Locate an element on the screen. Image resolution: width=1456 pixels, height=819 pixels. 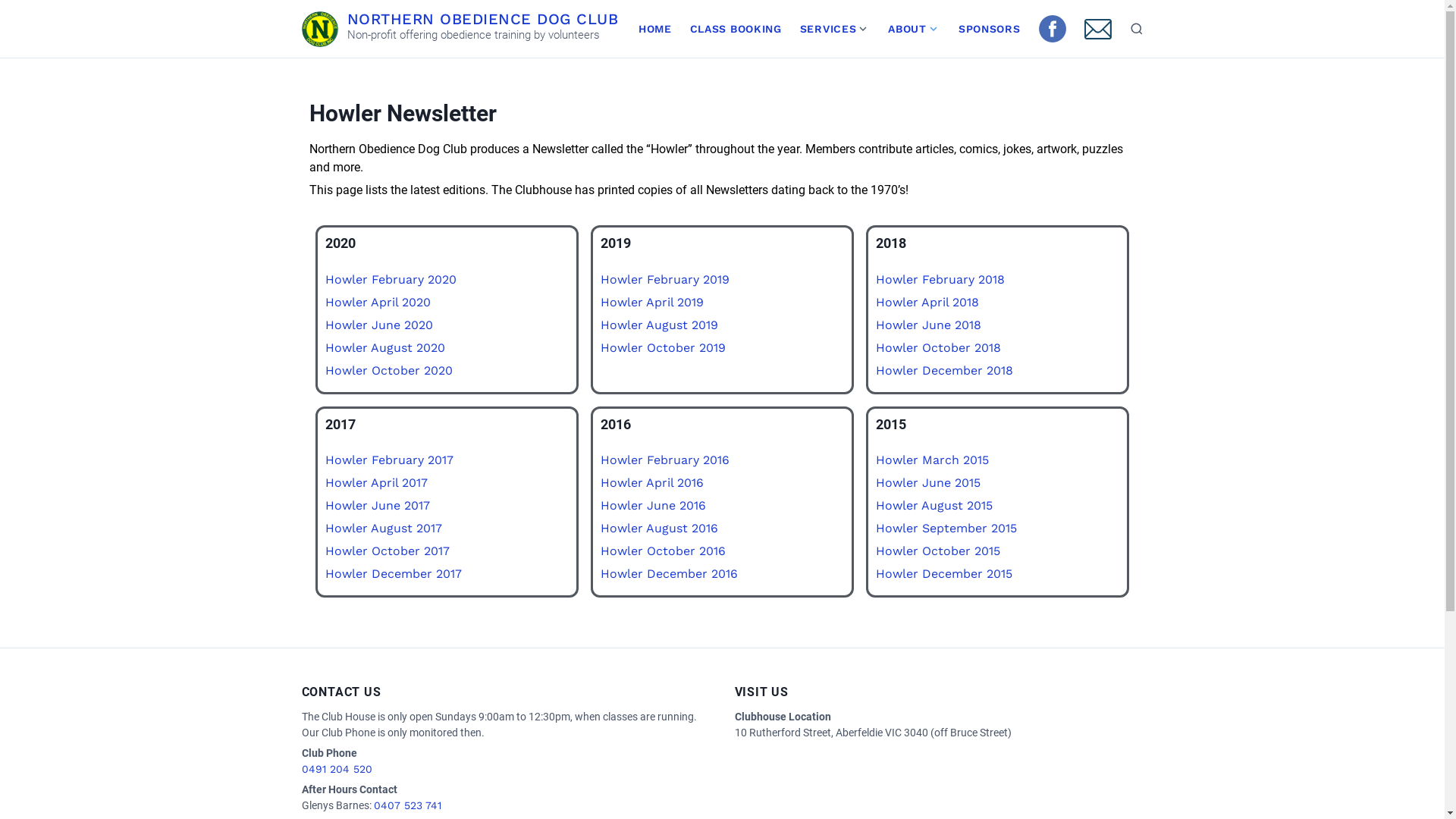
'Howler October 2015' is located at coordinates (937, 551).